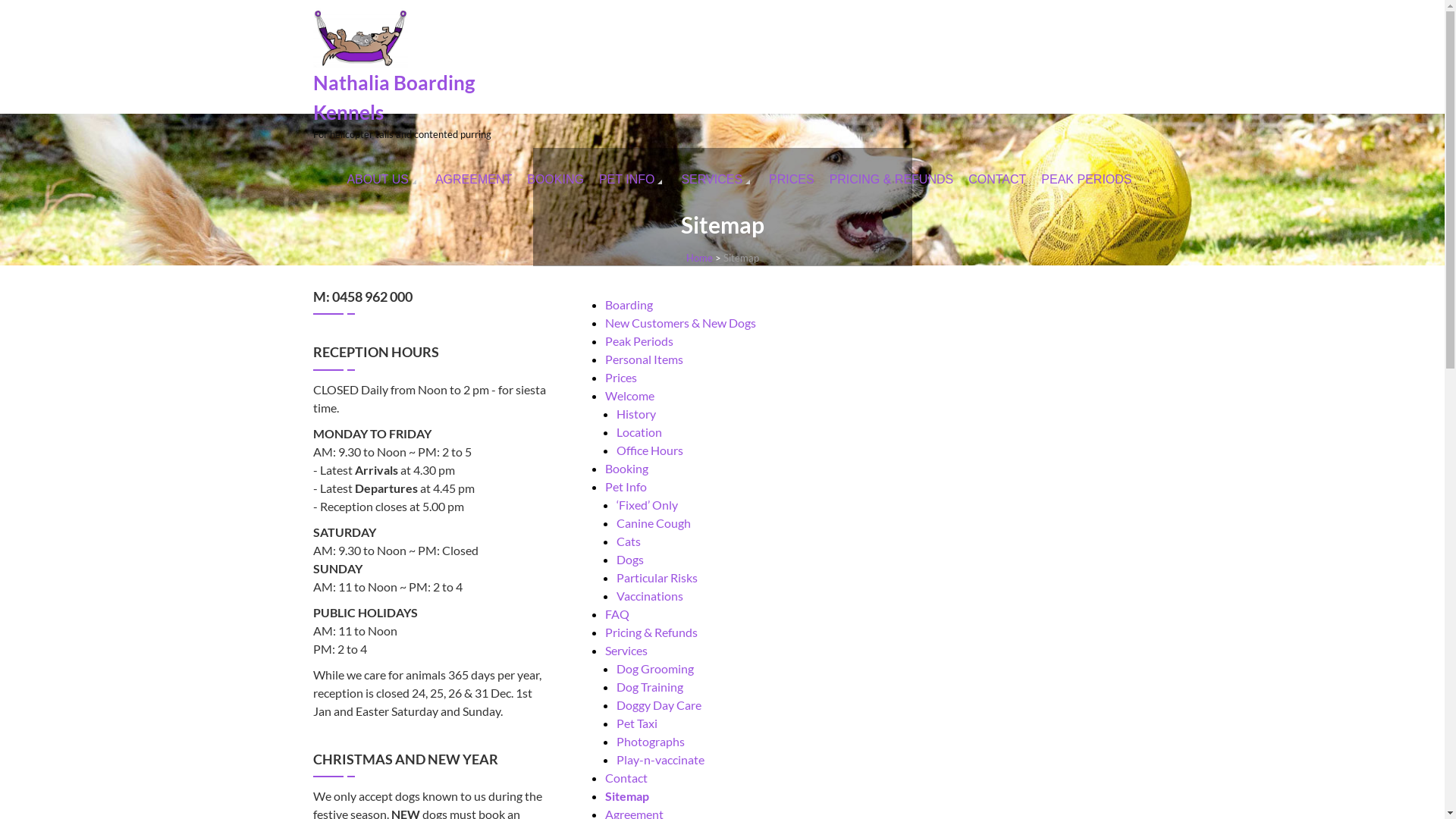 The height and width of the screenshot is (819, 1456). Describe the element at coordinates (626, 795) in the screenshot. I see `'Sitemap'` at that location.